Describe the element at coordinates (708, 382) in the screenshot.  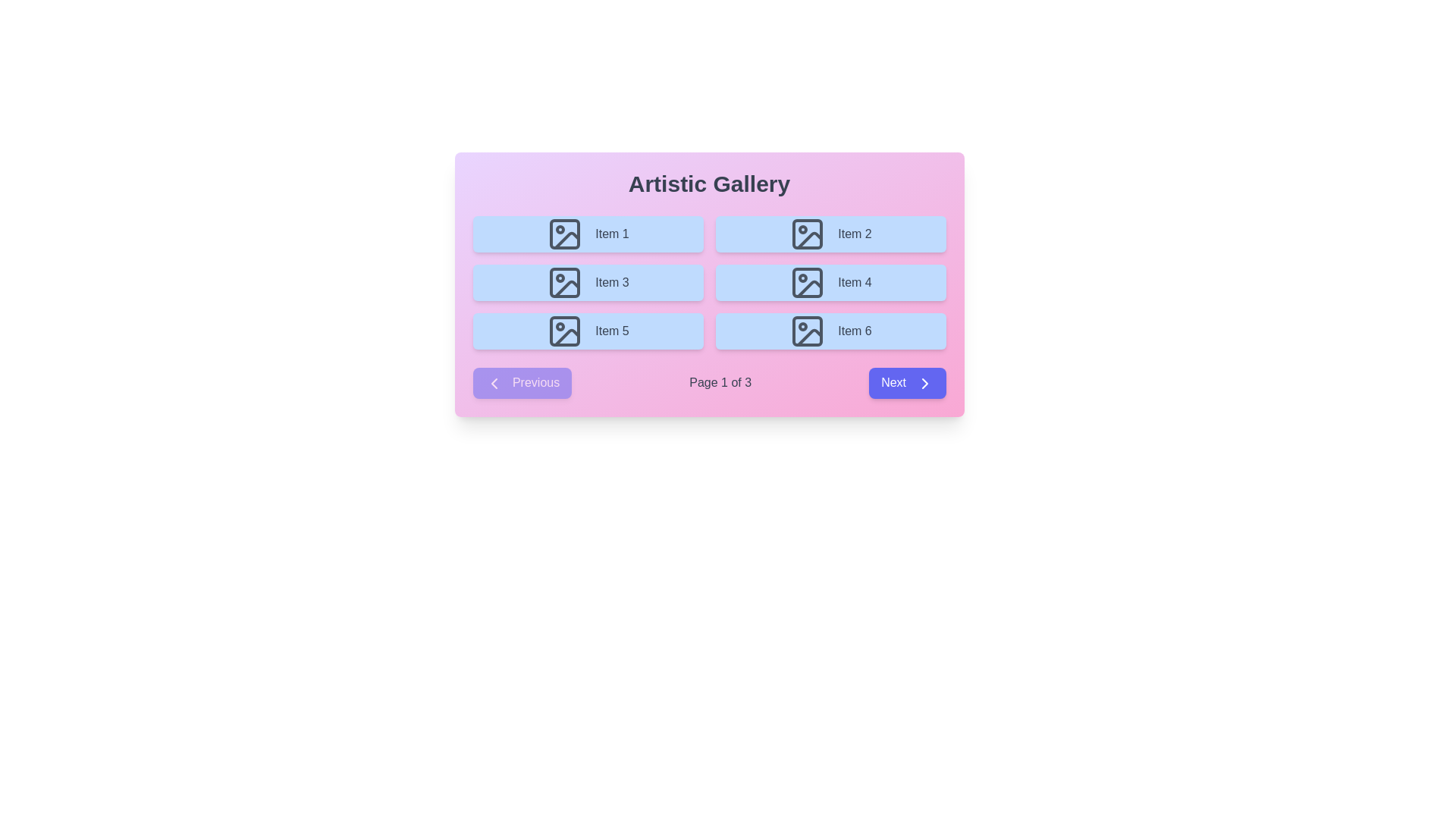
I see `current page number displayed in the center of the pagination control located at the bottom of the card containing the 'Artistic Gallery' header` at that location.